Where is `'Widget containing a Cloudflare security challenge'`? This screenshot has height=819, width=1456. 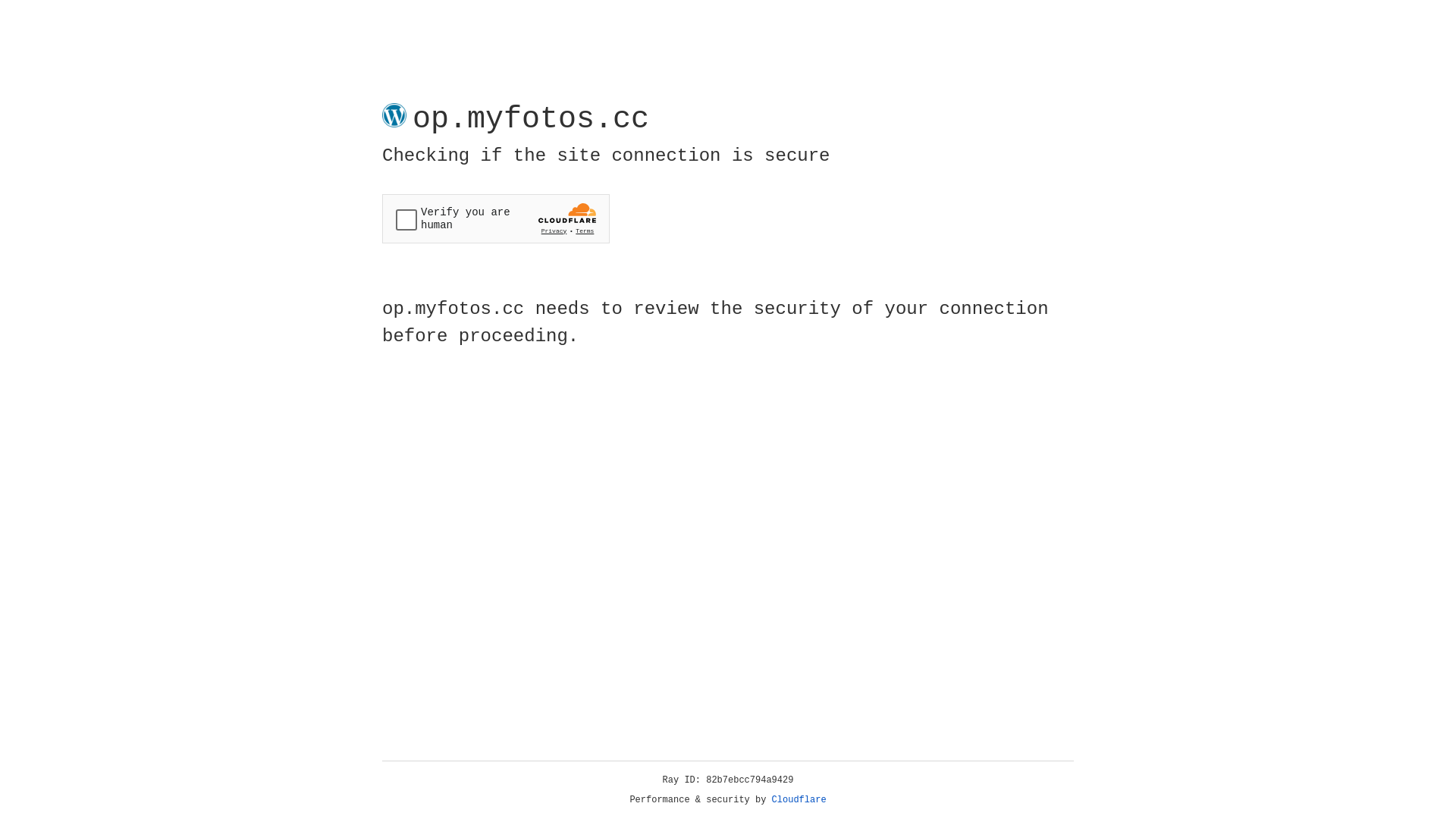 'Widget containing a Cloudflare security challenge' is located at coordinates (495, 218).